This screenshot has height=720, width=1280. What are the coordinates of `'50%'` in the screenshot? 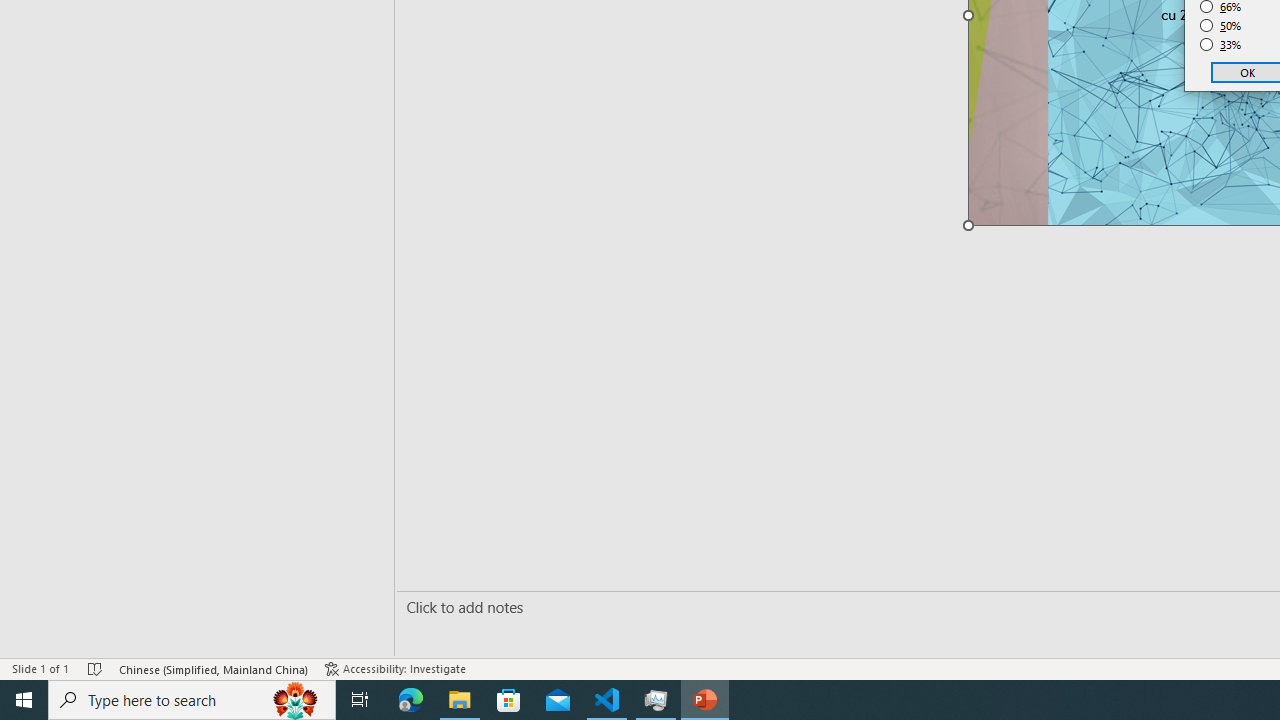 It's located at (1220, 25).